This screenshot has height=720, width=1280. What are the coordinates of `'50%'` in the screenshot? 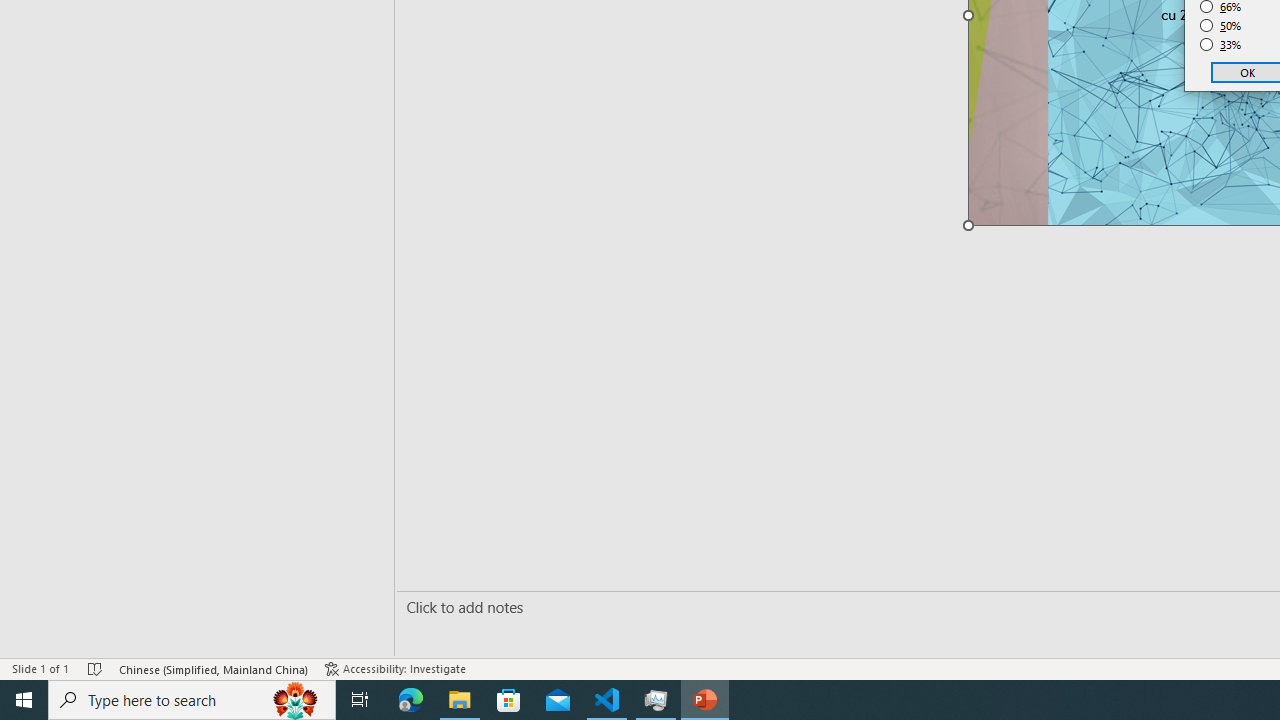 It's located at (1220, 25).